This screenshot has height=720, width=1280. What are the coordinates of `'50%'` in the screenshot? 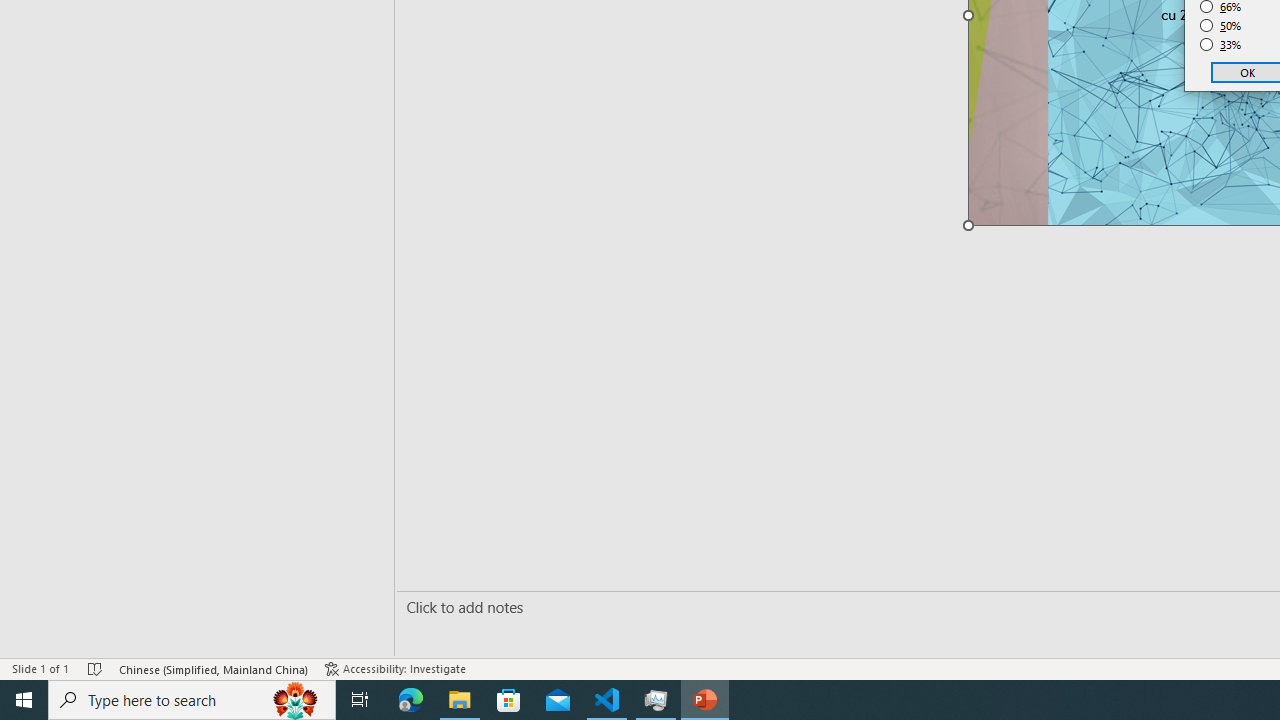 It's located at (1220, 25).